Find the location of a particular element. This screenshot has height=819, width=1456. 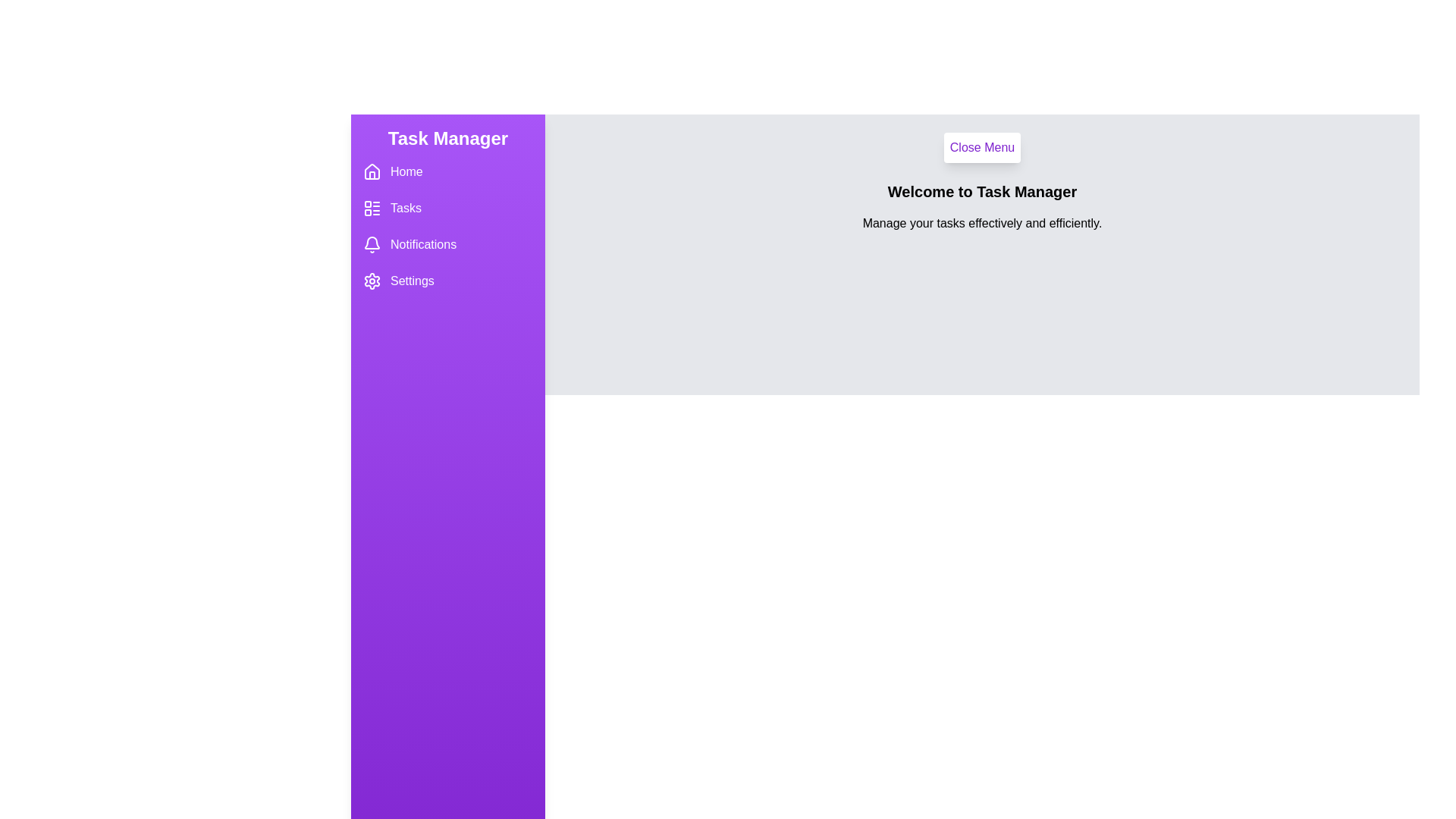

the navigation option Settings to navigate to the respective section is located at coordinates (447, 281).